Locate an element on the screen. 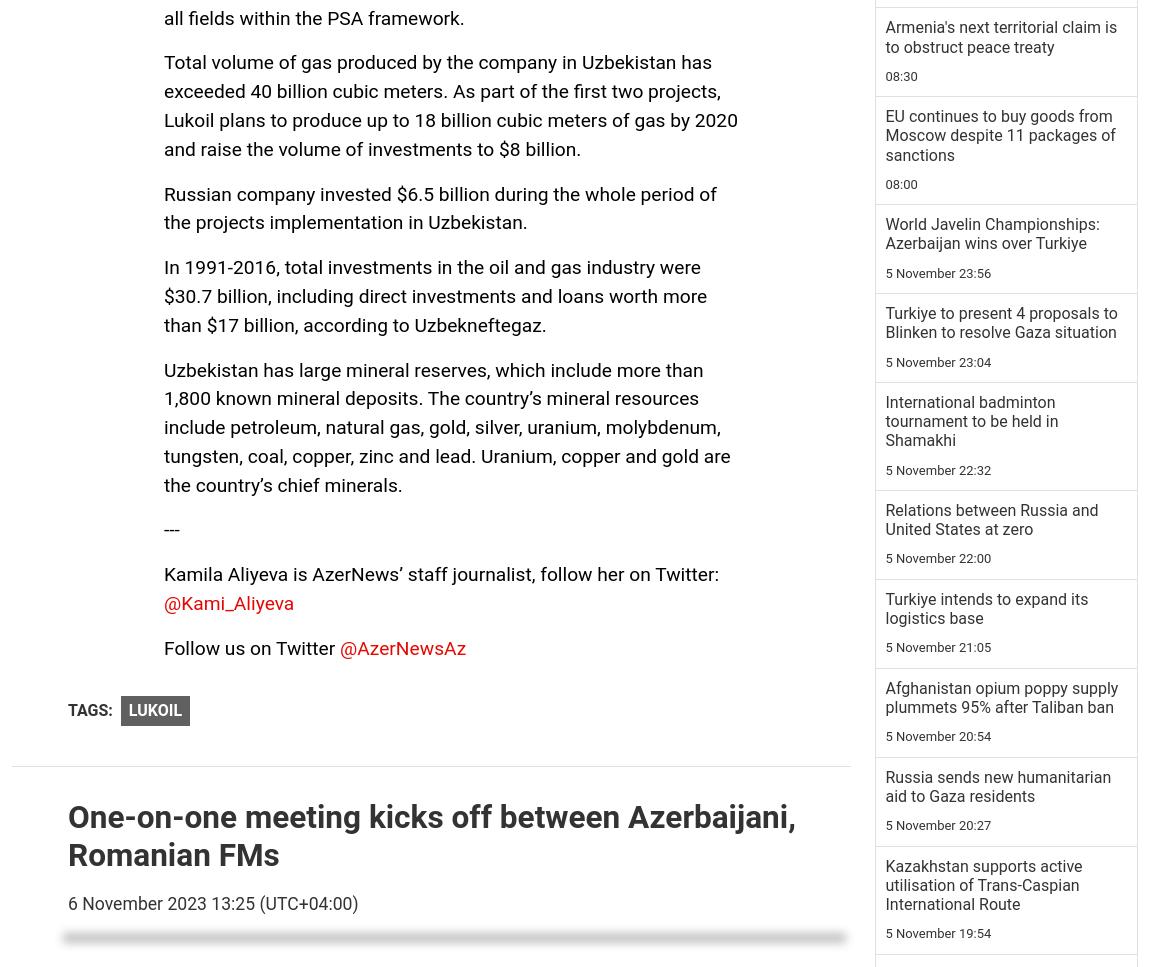  'Mourning ceremonies took place in honour of Martyrs [PHOTOS\VIDEO]' is located at coordinates (885, 305).